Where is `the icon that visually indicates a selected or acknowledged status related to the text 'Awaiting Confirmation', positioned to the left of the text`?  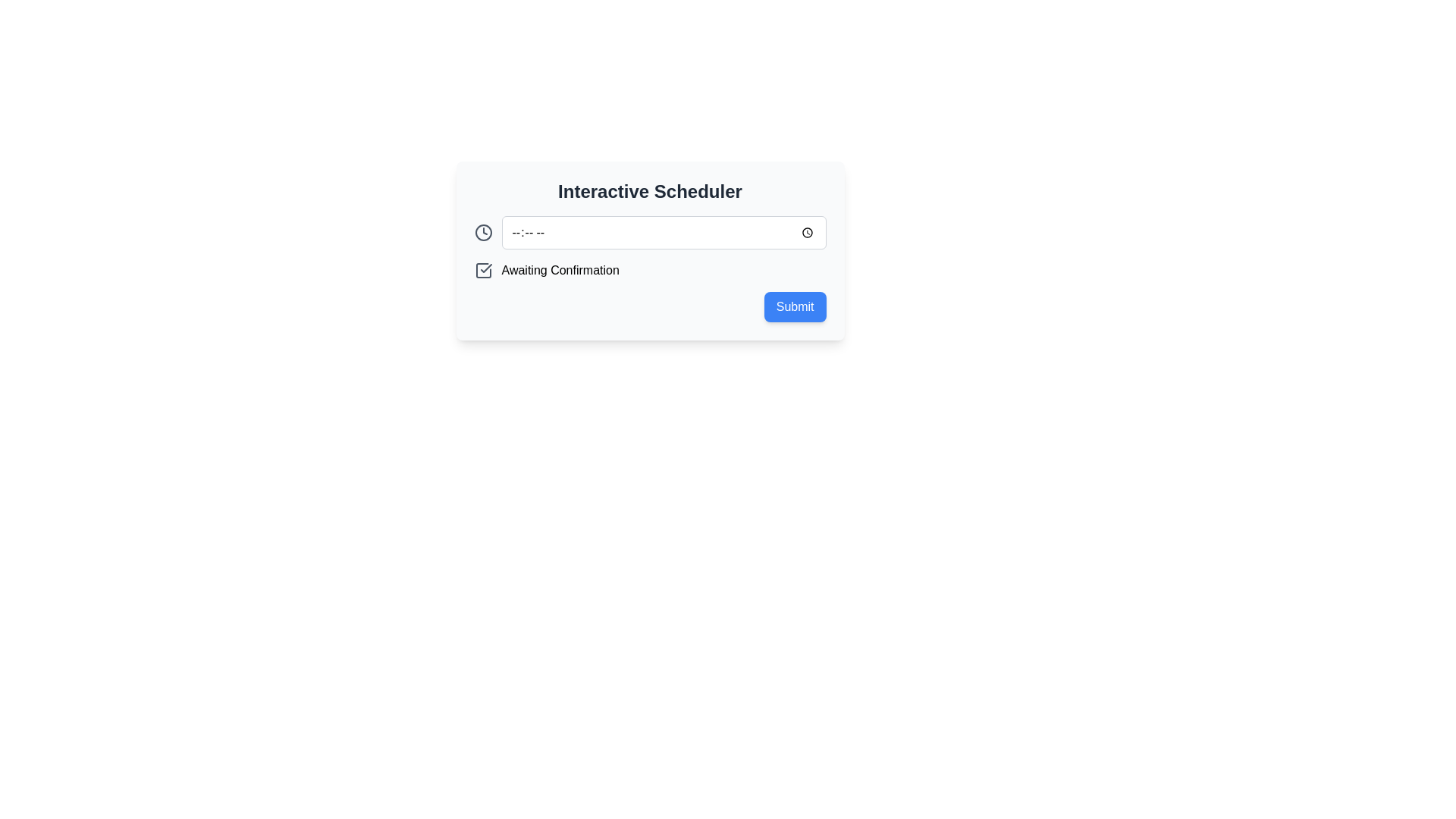
the icon that visually indicates a selected or acknowledged status related to the text 'Awaiting Confirmation', positioned to the left of the text is located at coordinates (482, 270).